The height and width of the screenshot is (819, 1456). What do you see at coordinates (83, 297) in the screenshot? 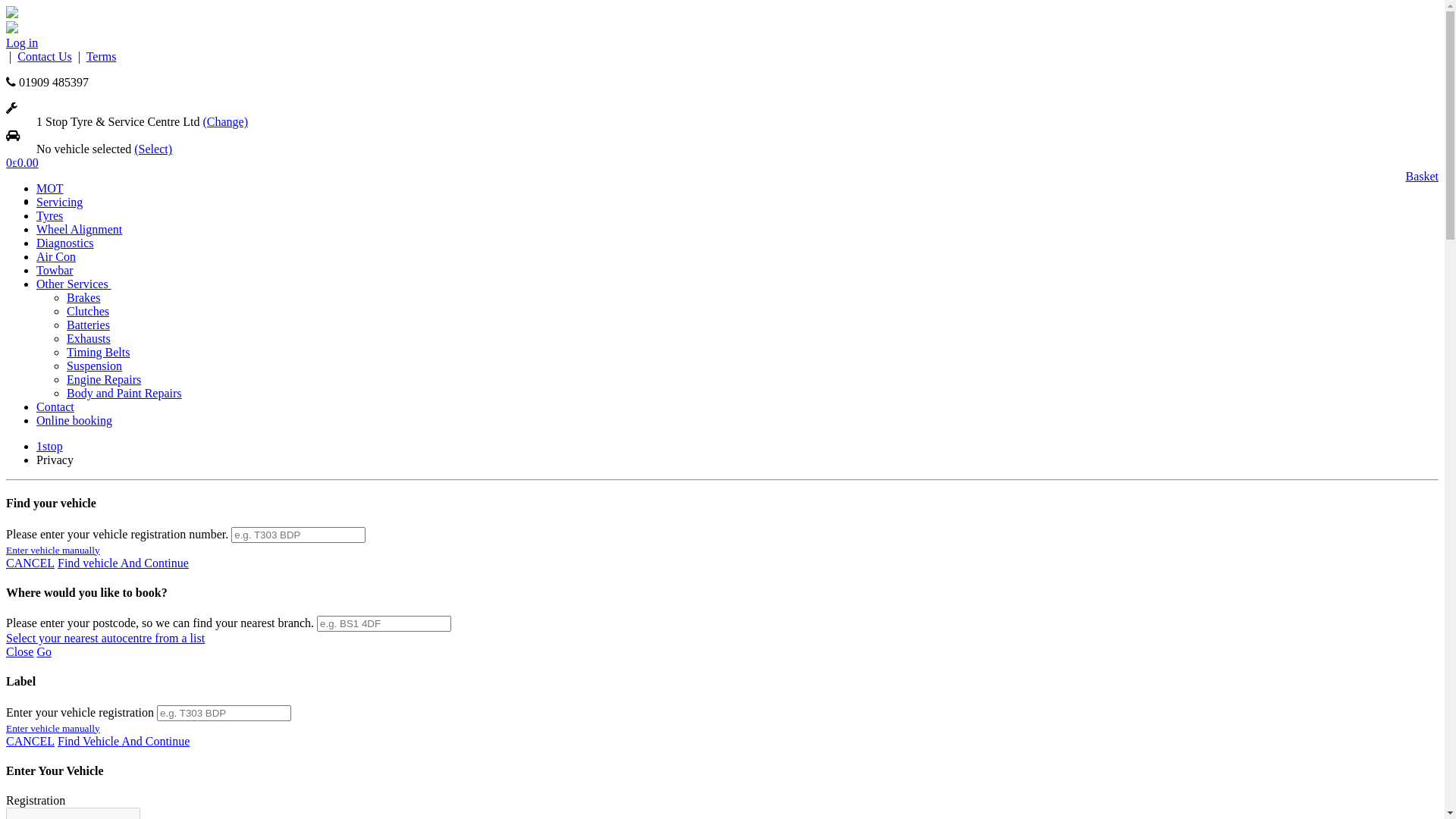
I see `'Brakes'` at bounding box center [83, 297].